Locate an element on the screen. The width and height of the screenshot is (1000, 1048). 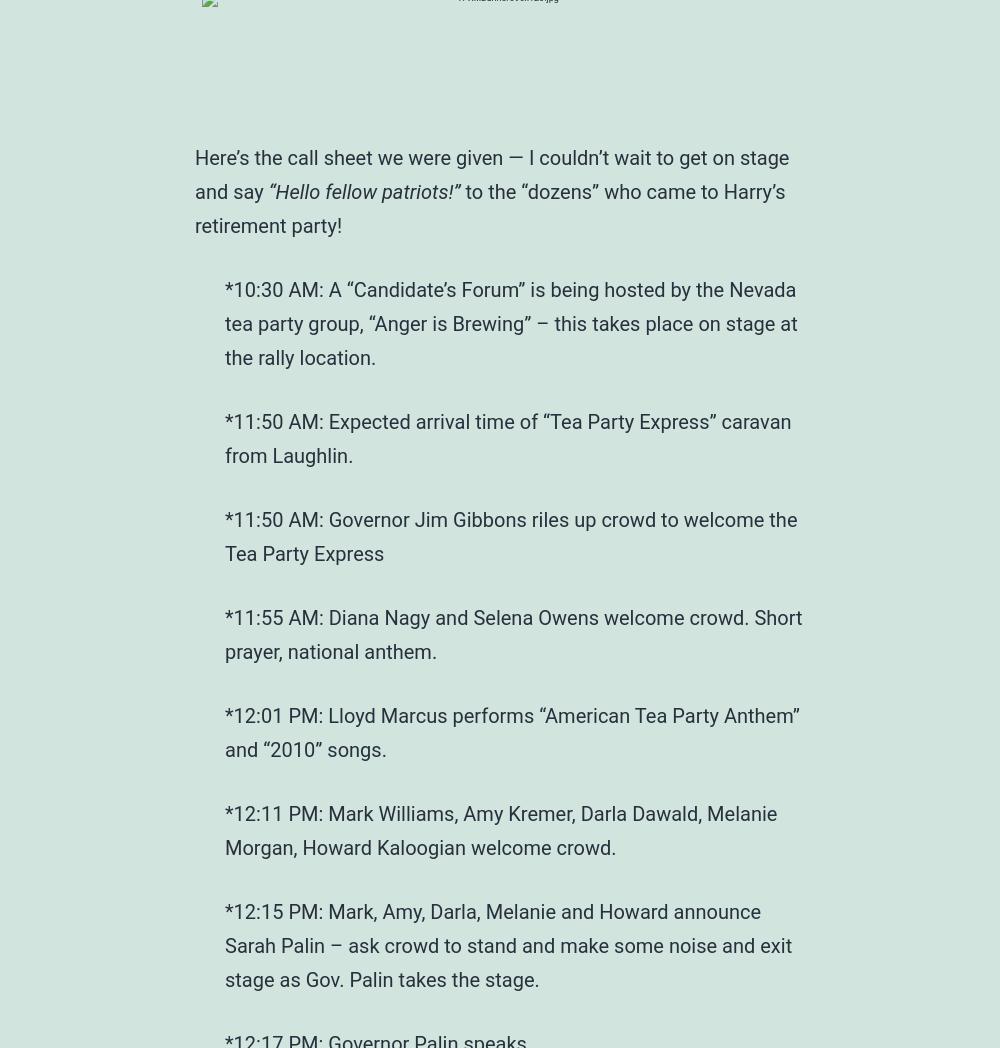
'*12:11 PM: Mark Williams, Amy Kremer, Darla Dawald, Melanie Morgan, Howard Kaloogian welcome crowd.' is located at coordinates (224, 829).